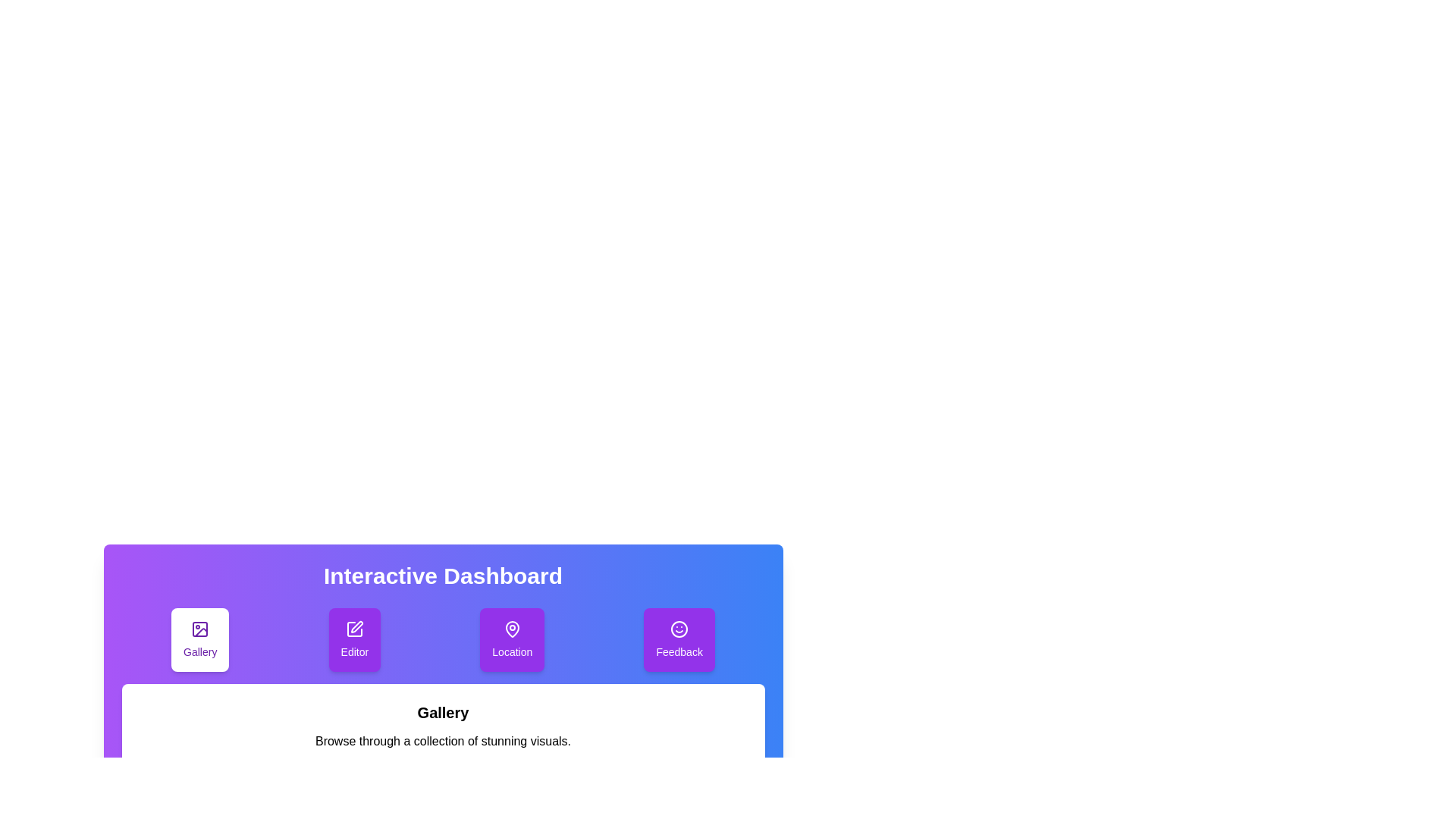  What do you see at coordinates (679, 640) in the screenshot?
I see `the tab labeled Feedback by clicking on its button` at bounding box center [679, 640].